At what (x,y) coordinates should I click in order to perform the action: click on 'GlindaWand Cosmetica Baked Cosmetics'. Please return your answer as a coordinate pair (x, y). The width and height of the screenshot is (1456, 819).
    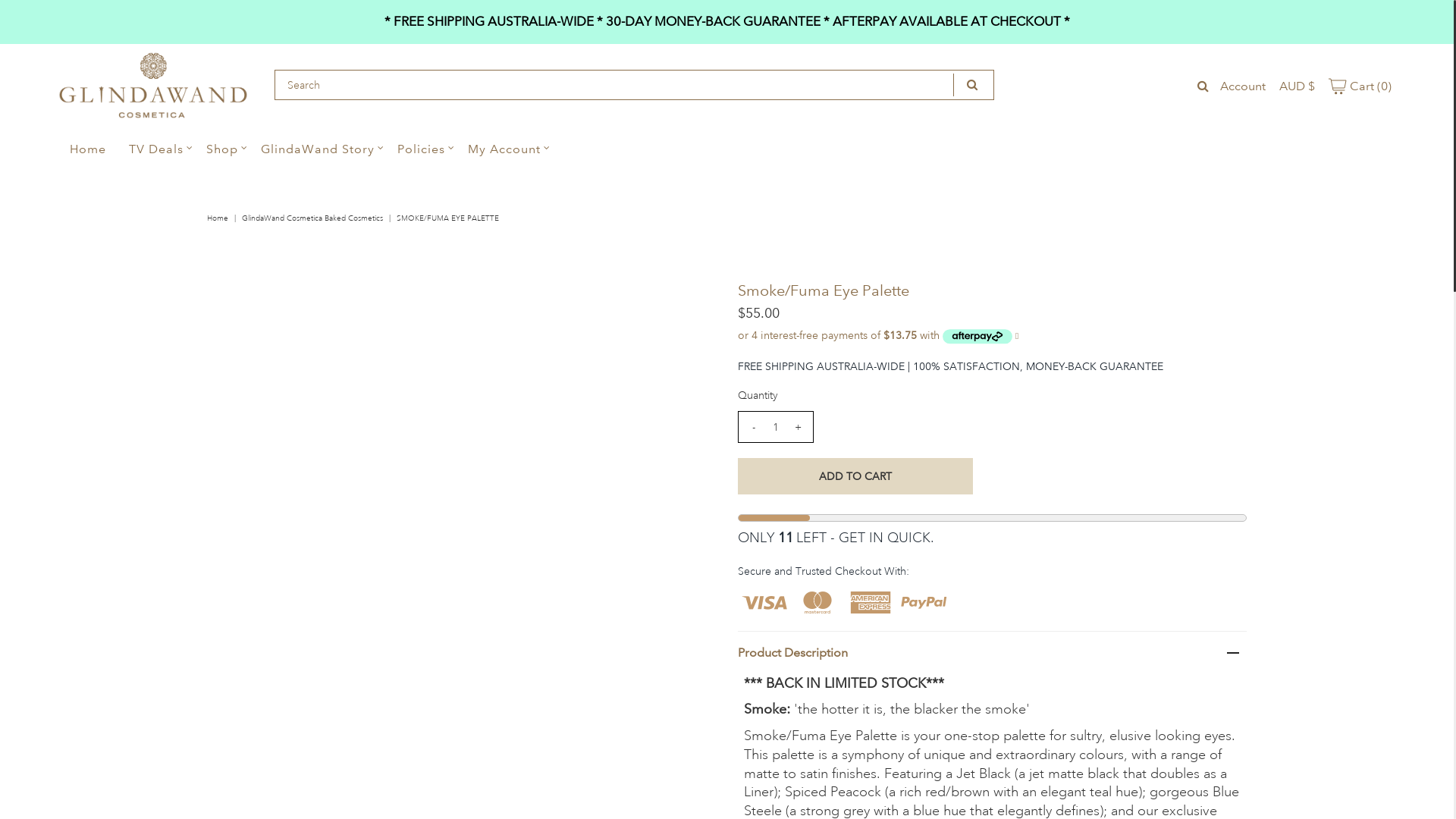
    Looking at the image, I should click on (240, 218).